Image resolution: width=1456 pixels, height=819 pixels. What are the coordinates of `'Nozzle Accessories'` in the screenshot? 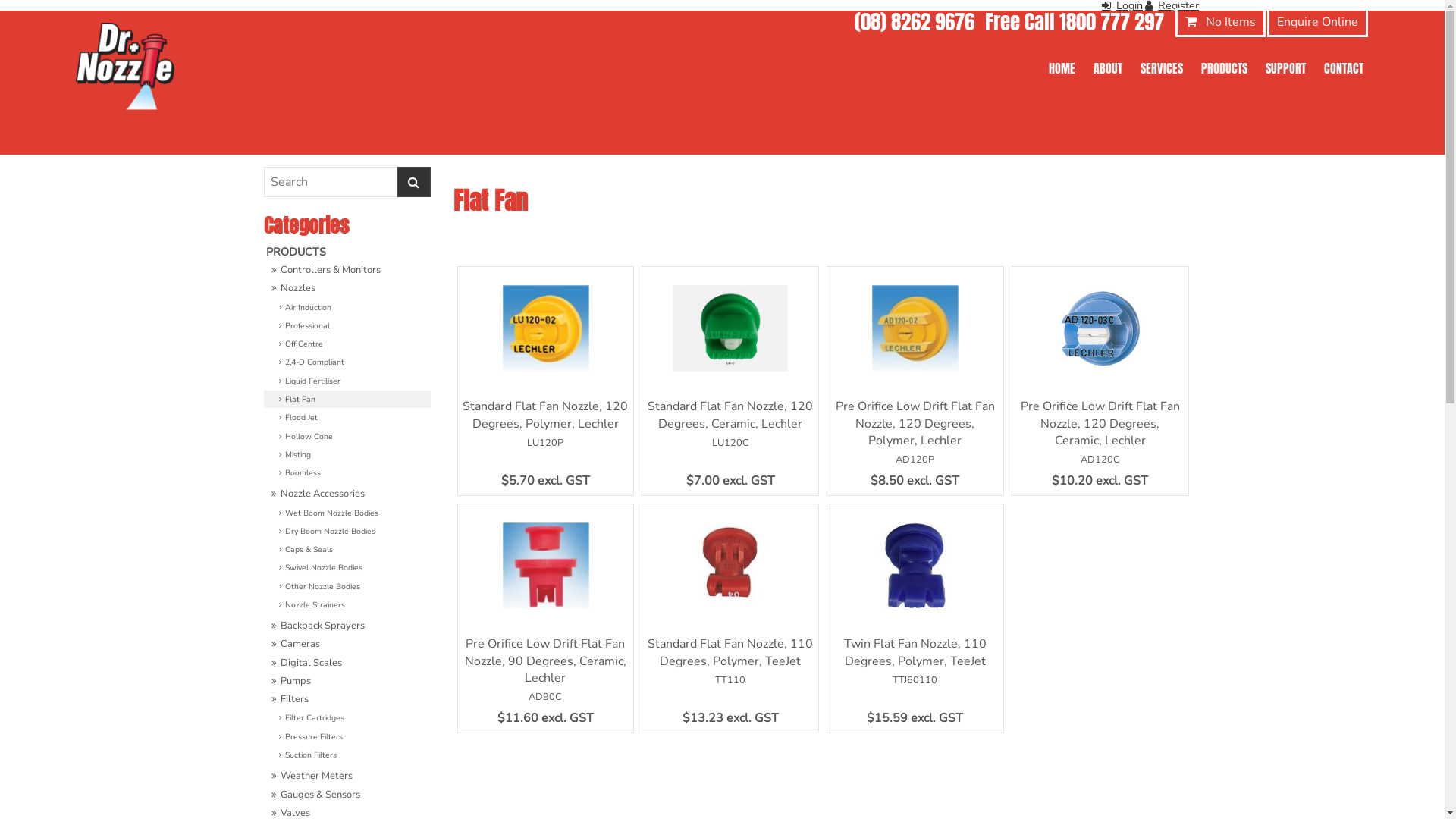 It's located at (346, 494).